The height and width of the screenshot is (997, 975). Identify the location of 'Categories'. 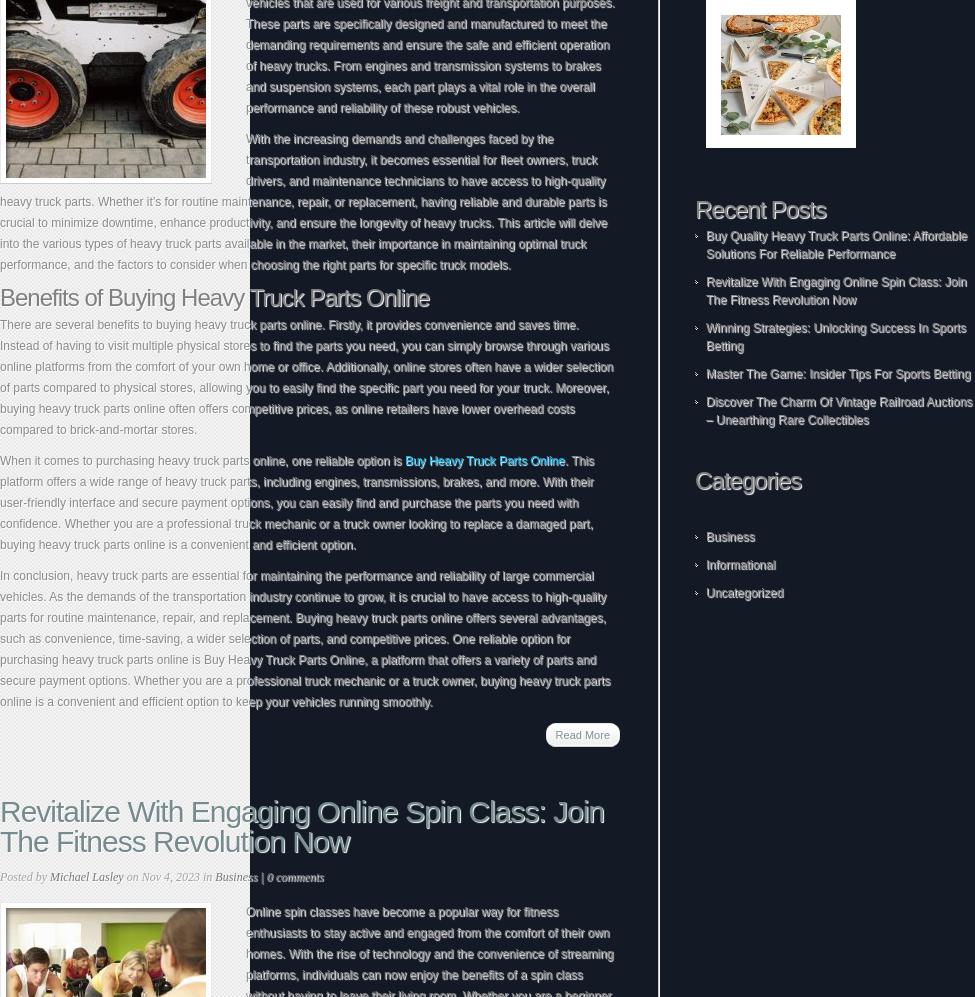
(693, 479).